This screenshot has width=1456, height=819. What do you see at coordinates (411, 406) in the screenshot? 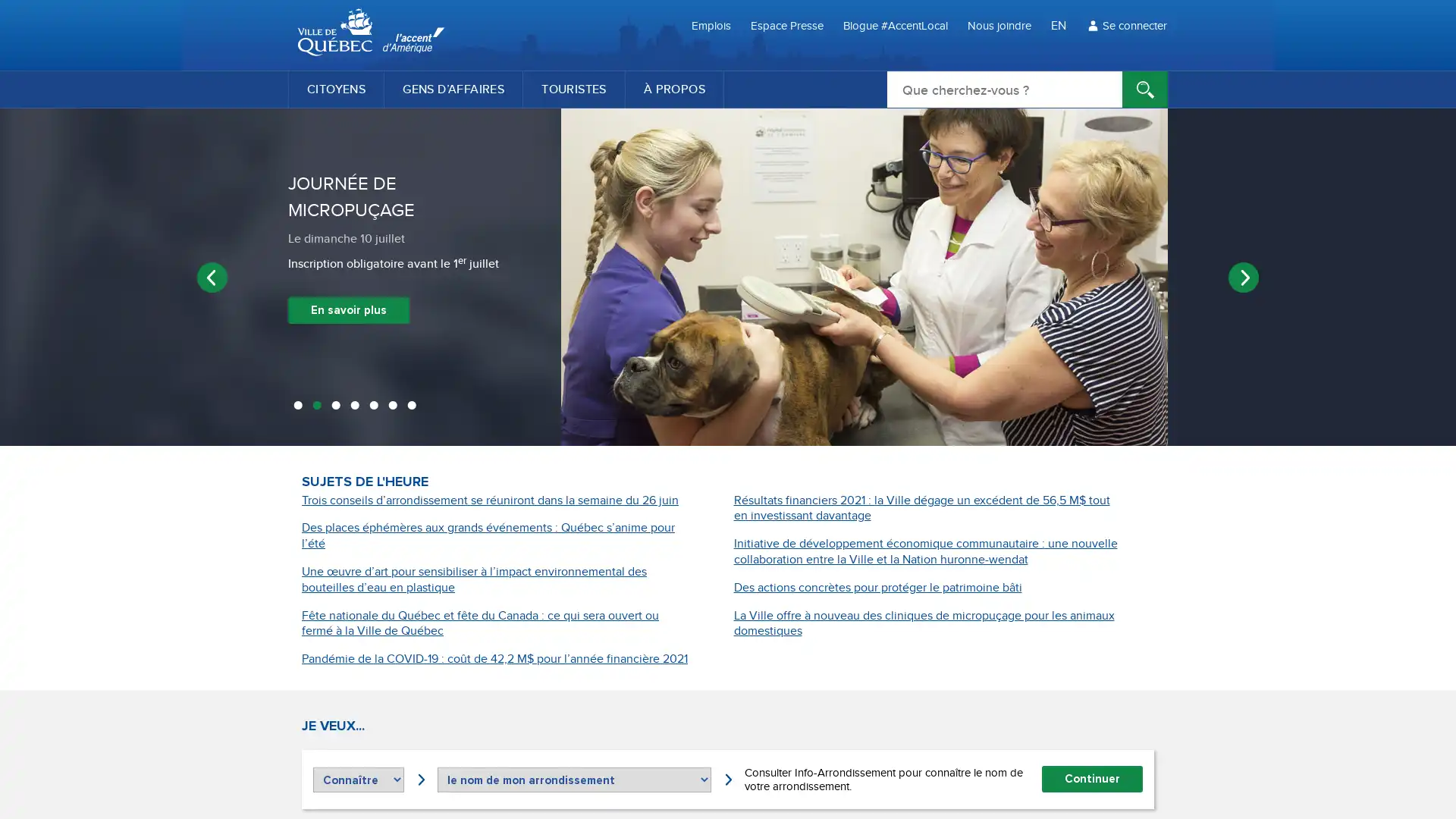
I see `Diapositive numero 7` at bounding box center [411, 406].